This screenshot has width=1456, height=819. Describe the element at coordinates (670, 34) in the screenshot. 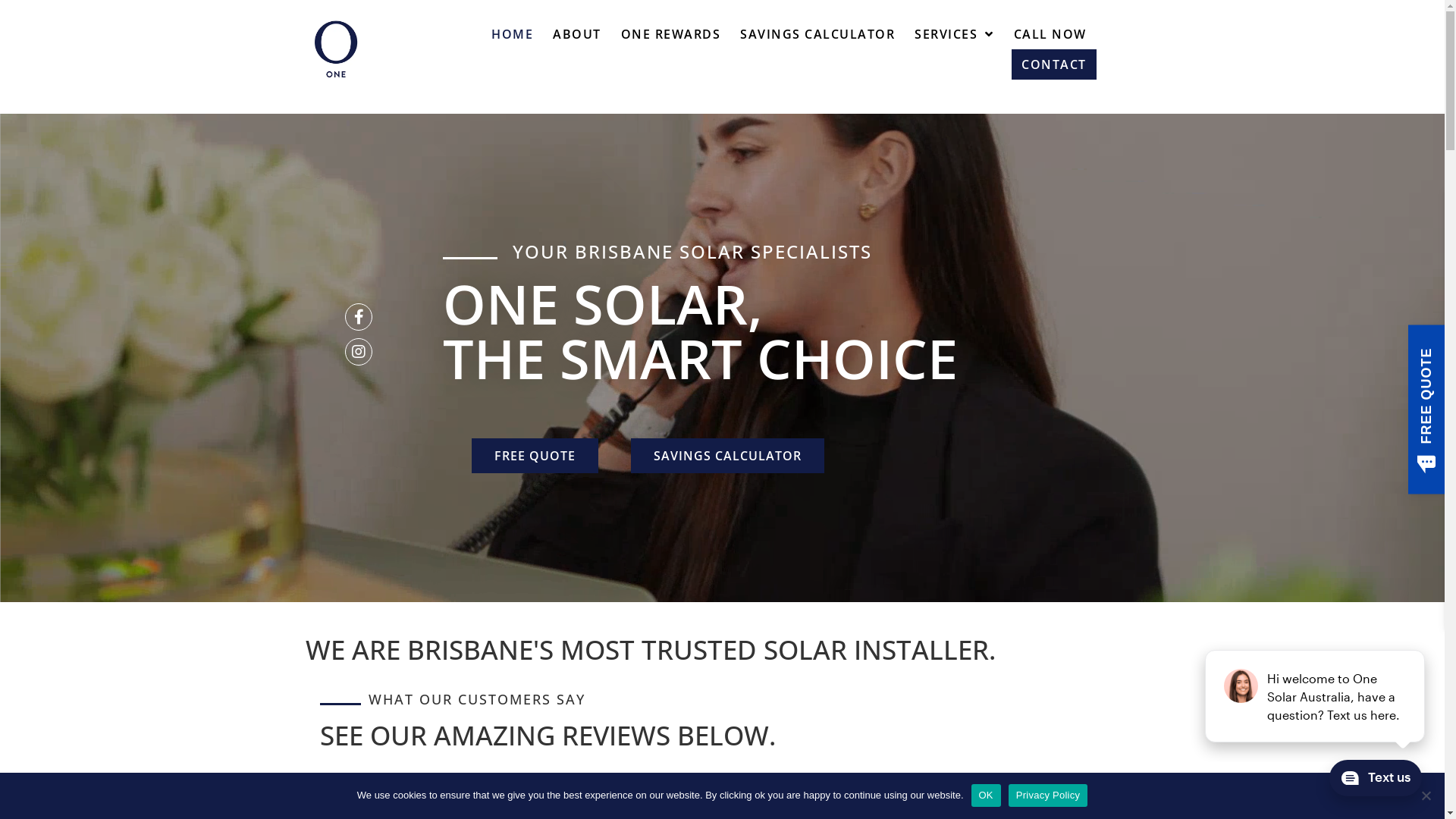

I see `'ONE REWARDS'` at that location.